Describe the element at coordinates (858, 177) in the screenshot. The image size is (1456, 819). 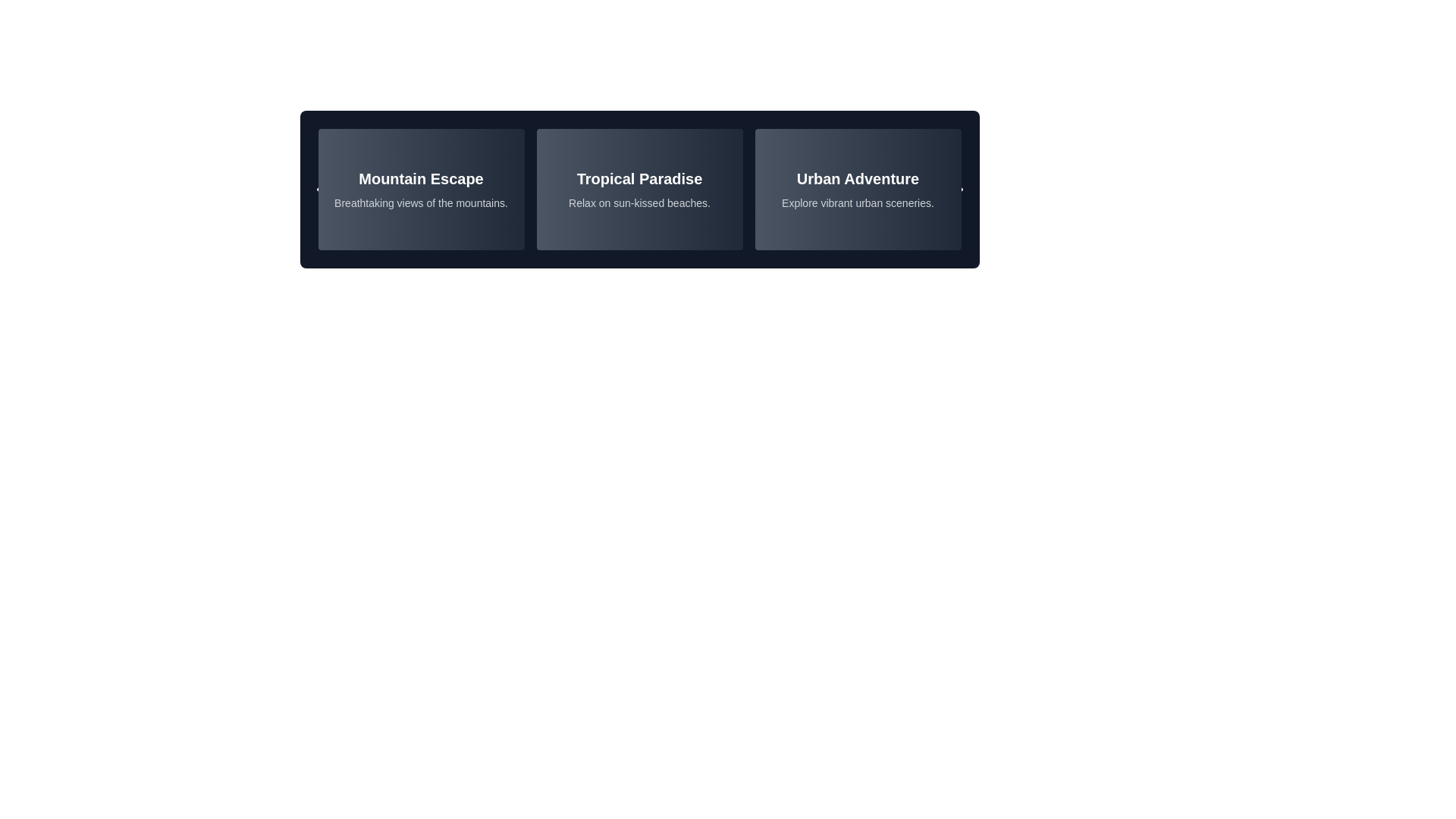
I see `text content displayed in the heading or title of the third card in the row, located at the top-right corner of the interface` at that location.